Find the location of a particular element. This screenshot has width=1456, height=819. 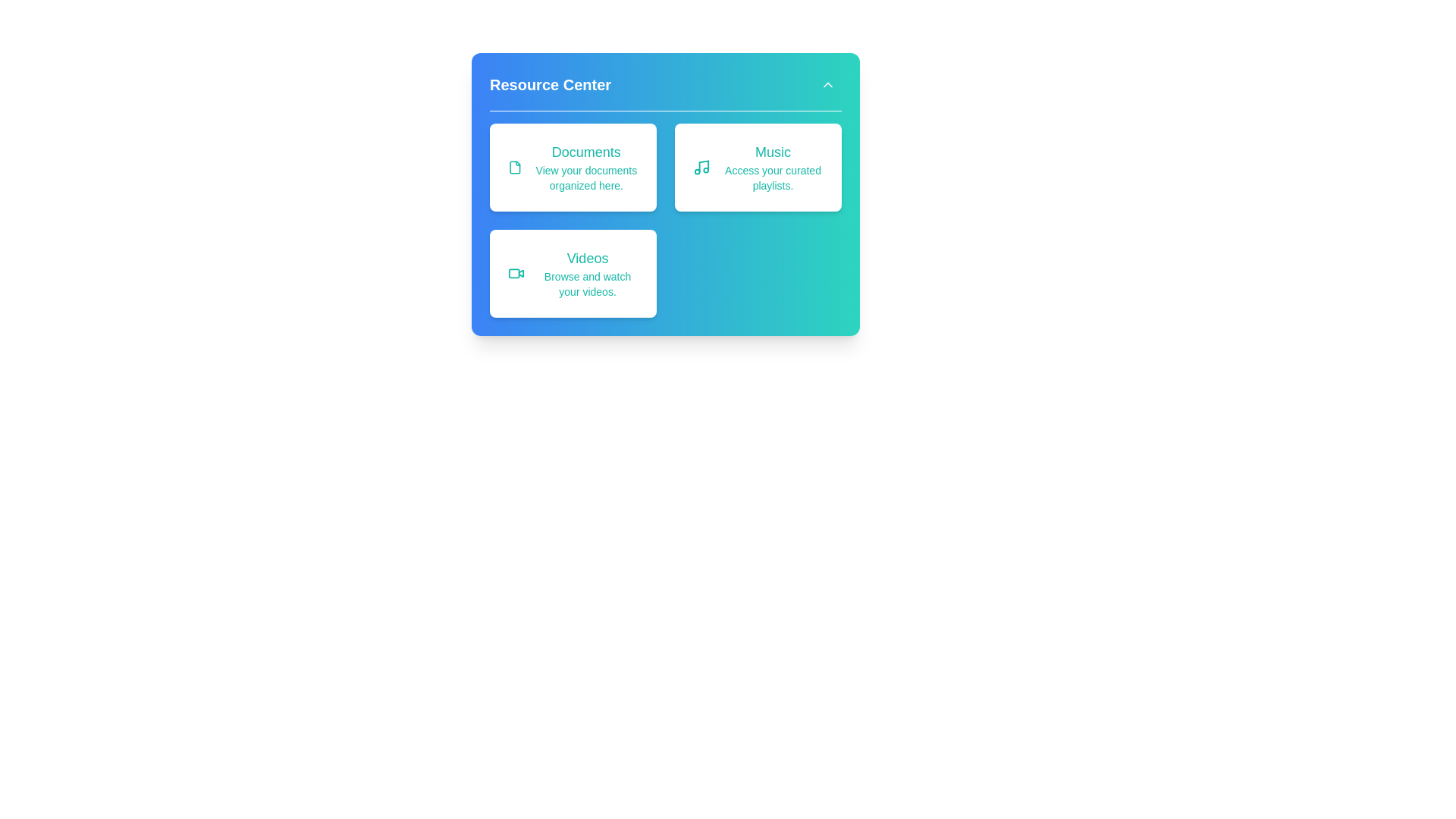

the menu item Documents to view its details is located at coordinates (572, 167).